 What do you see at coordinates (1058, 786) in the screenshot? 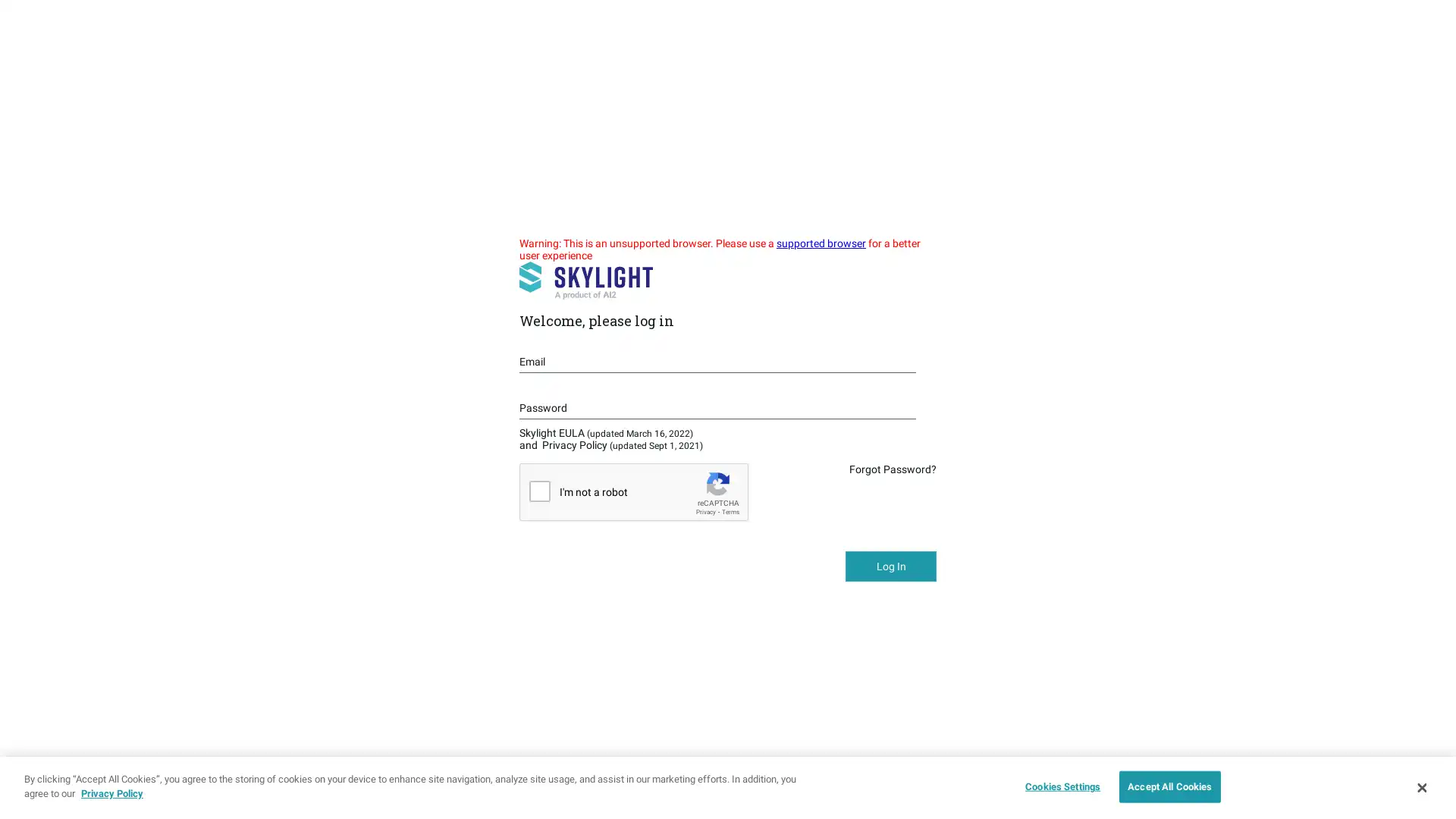
I see `Cookies Settings` at bounding box center [1058, 786].